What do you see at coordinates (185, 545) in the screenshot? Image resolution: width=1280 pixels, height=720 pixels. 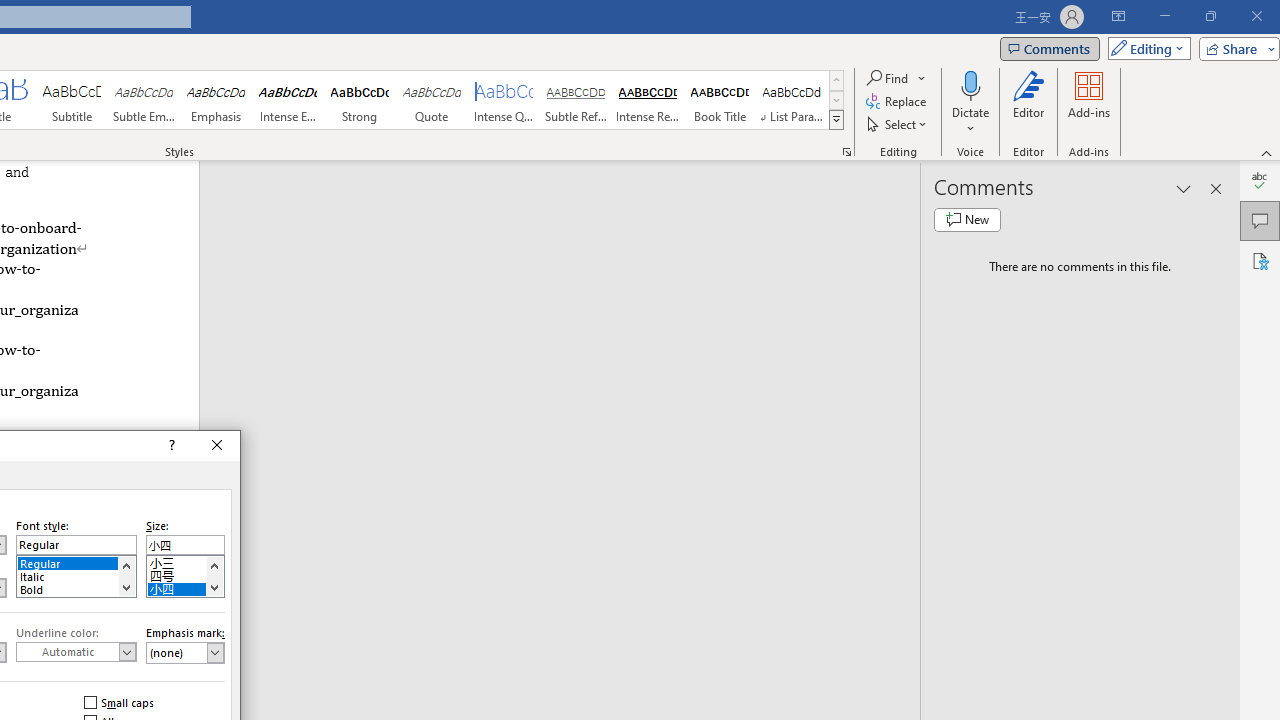 I see `'RichEdit Control'` at bounding box center [185, 545].